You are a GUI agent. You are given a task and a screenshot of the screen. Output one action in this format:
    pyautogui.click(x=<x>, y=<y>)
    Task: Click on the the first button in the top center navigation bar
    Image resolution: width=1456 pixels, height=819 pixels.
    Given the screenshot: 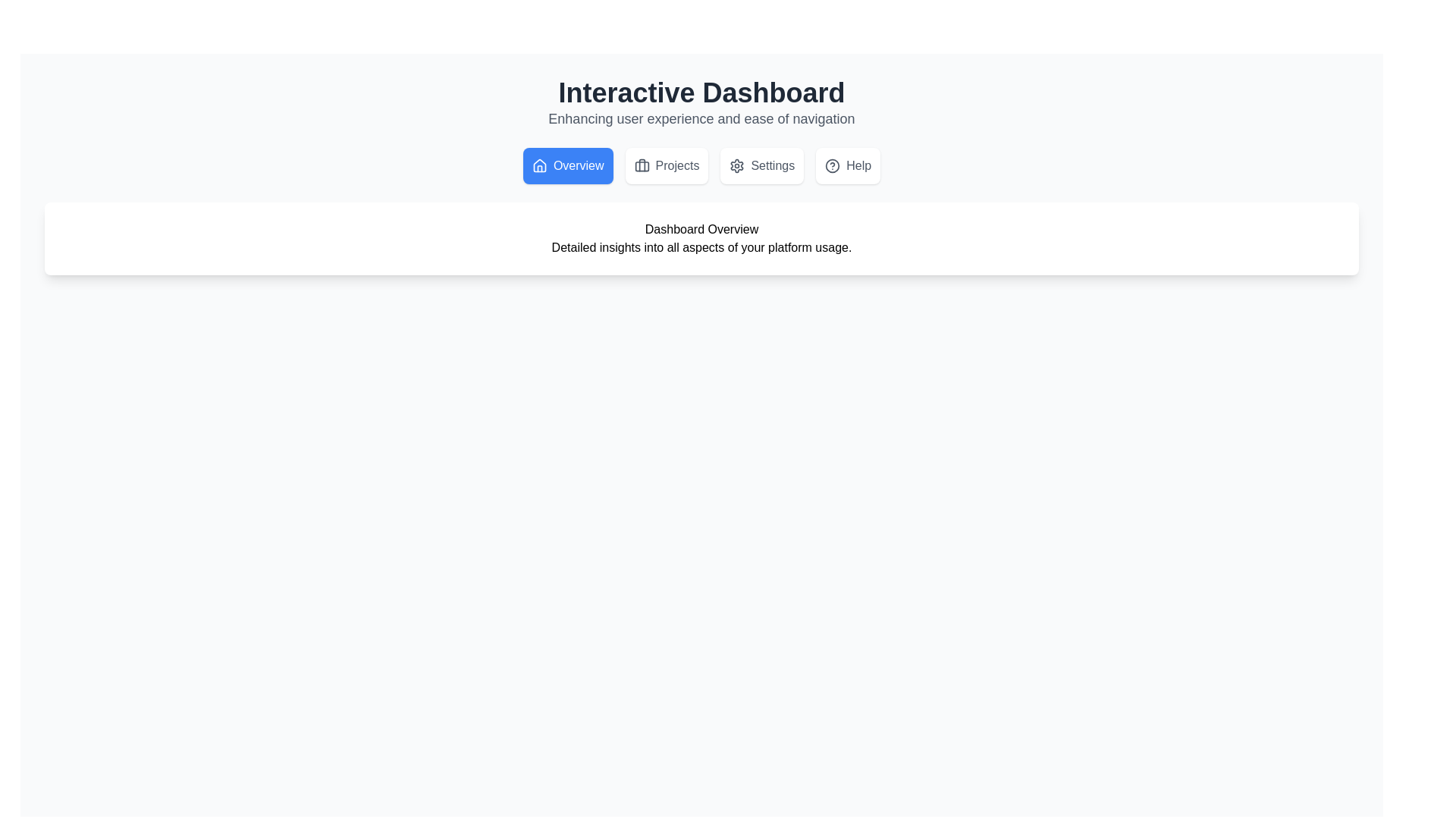 What is the action you would take?
    pyautogui.click(x=567, y=166)
    